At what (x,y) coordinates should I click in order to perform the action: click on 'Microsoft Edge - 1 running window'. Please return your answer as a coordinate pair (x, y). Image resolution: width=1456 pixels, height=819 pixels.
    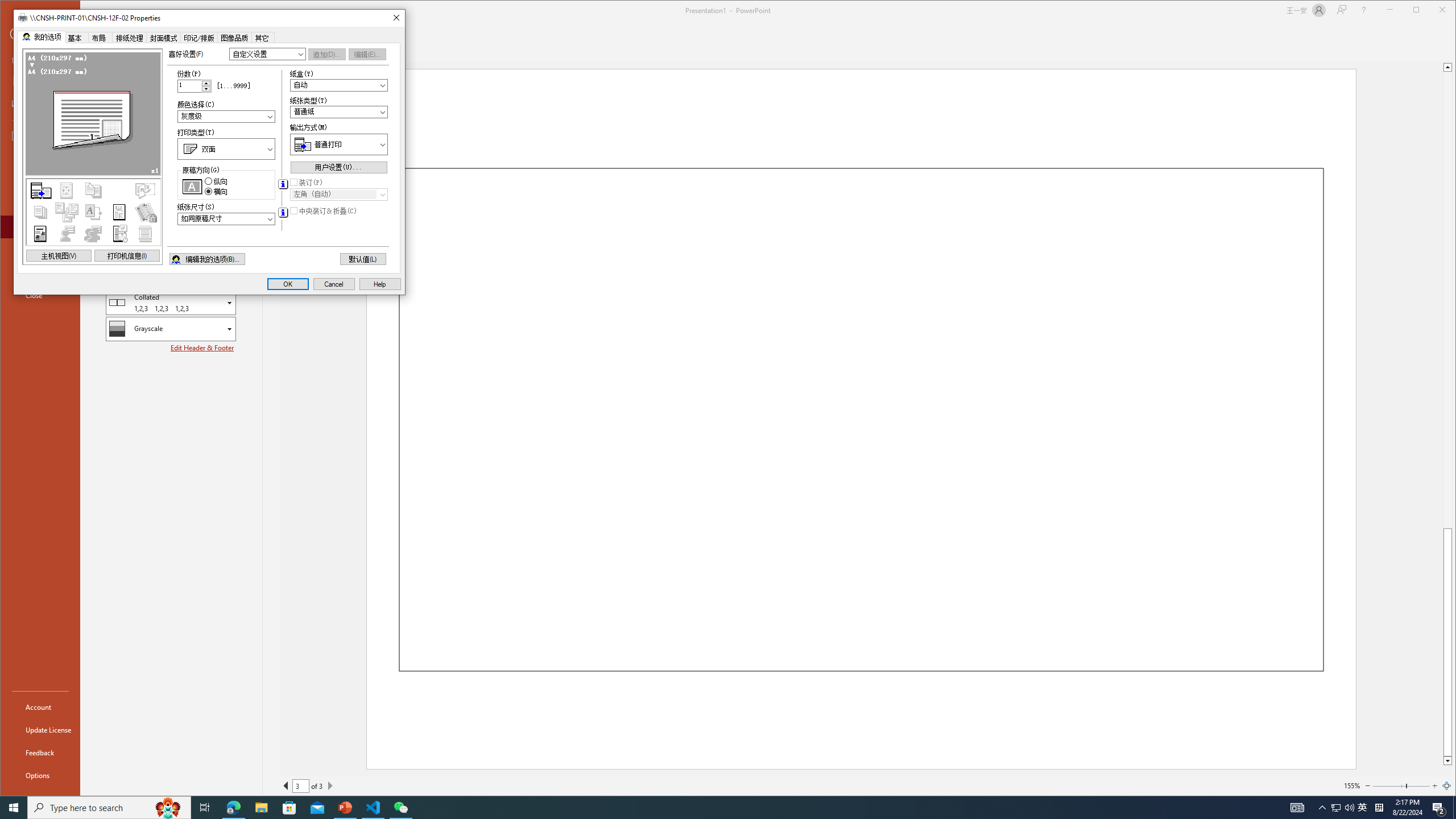
    Looking at the image, I should click on (233, 806).